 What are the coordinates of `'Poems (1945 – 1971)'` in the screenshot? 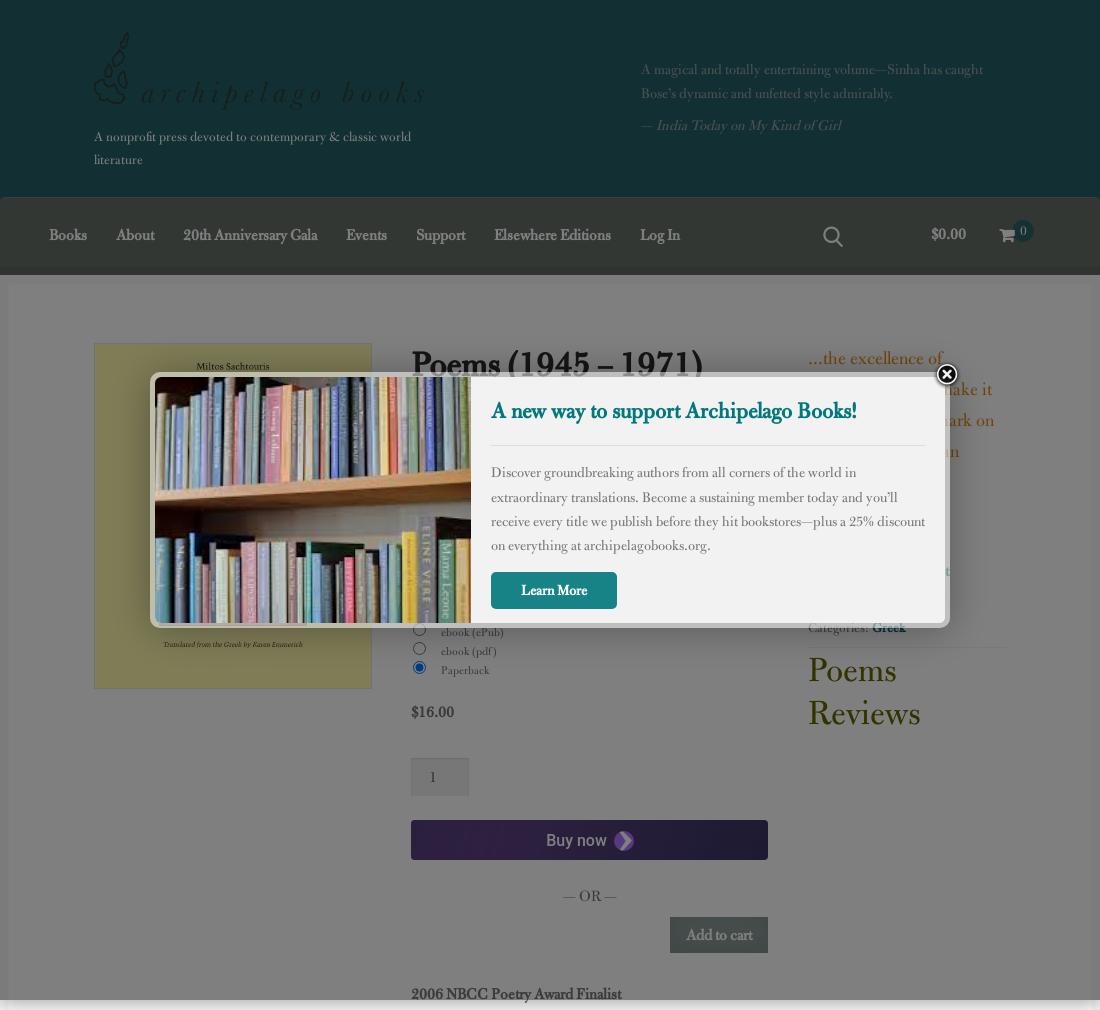 It's located at (555, 363).